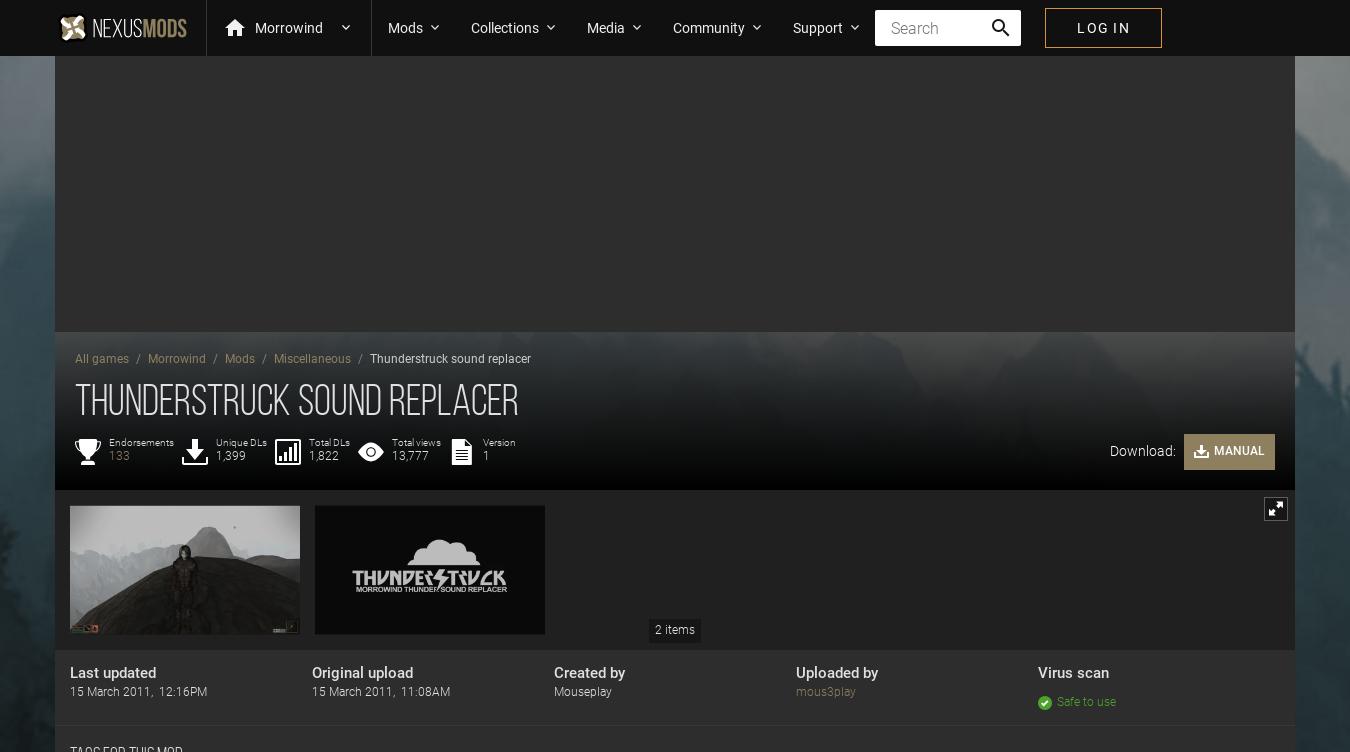 The height and width of the screenshot is (752, 1350). I want to click on '133', so click(119, 455).